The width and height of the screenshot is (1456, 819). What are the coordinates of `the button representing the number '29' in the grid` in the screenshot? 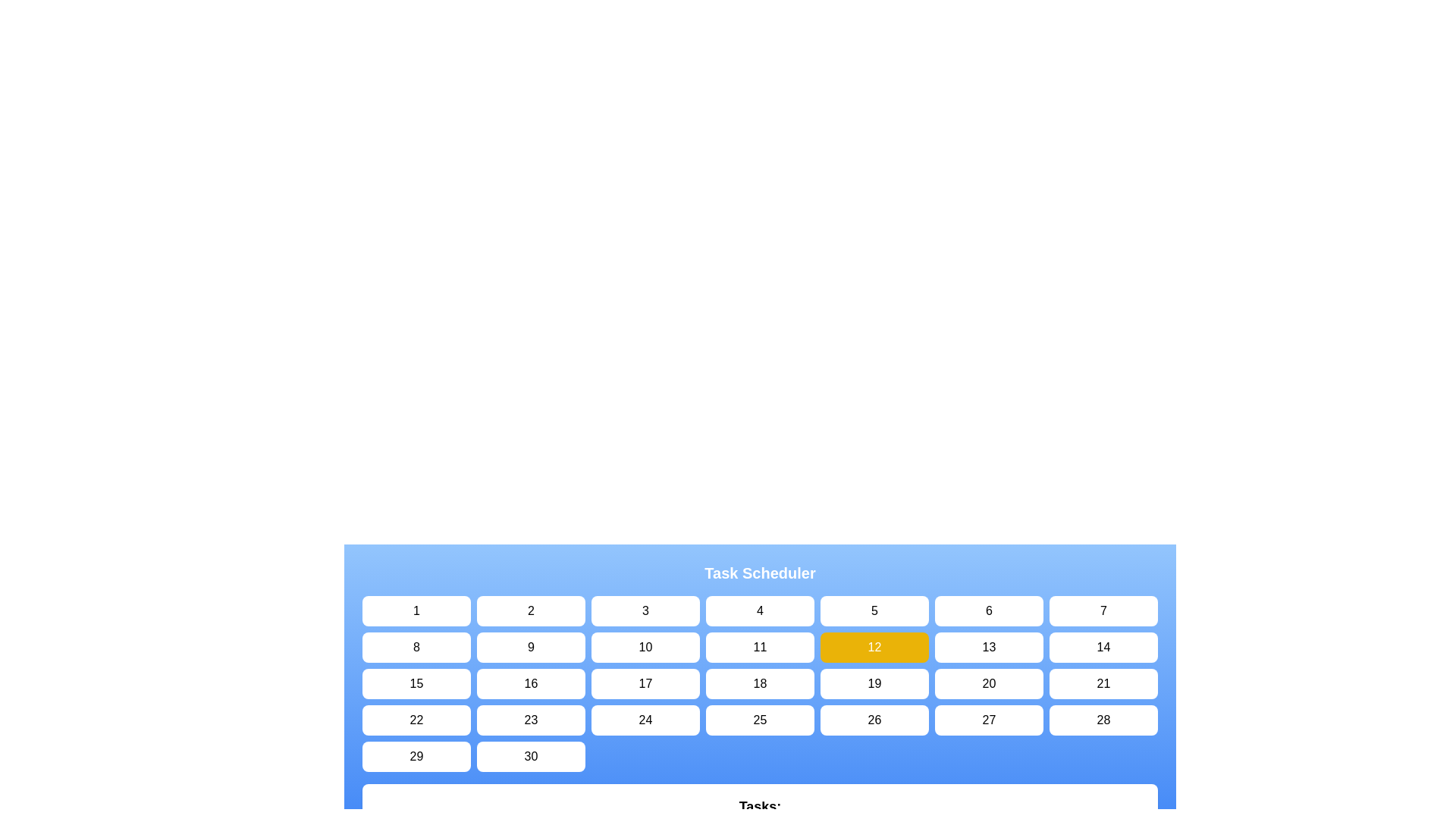 It's located at (416, 757).